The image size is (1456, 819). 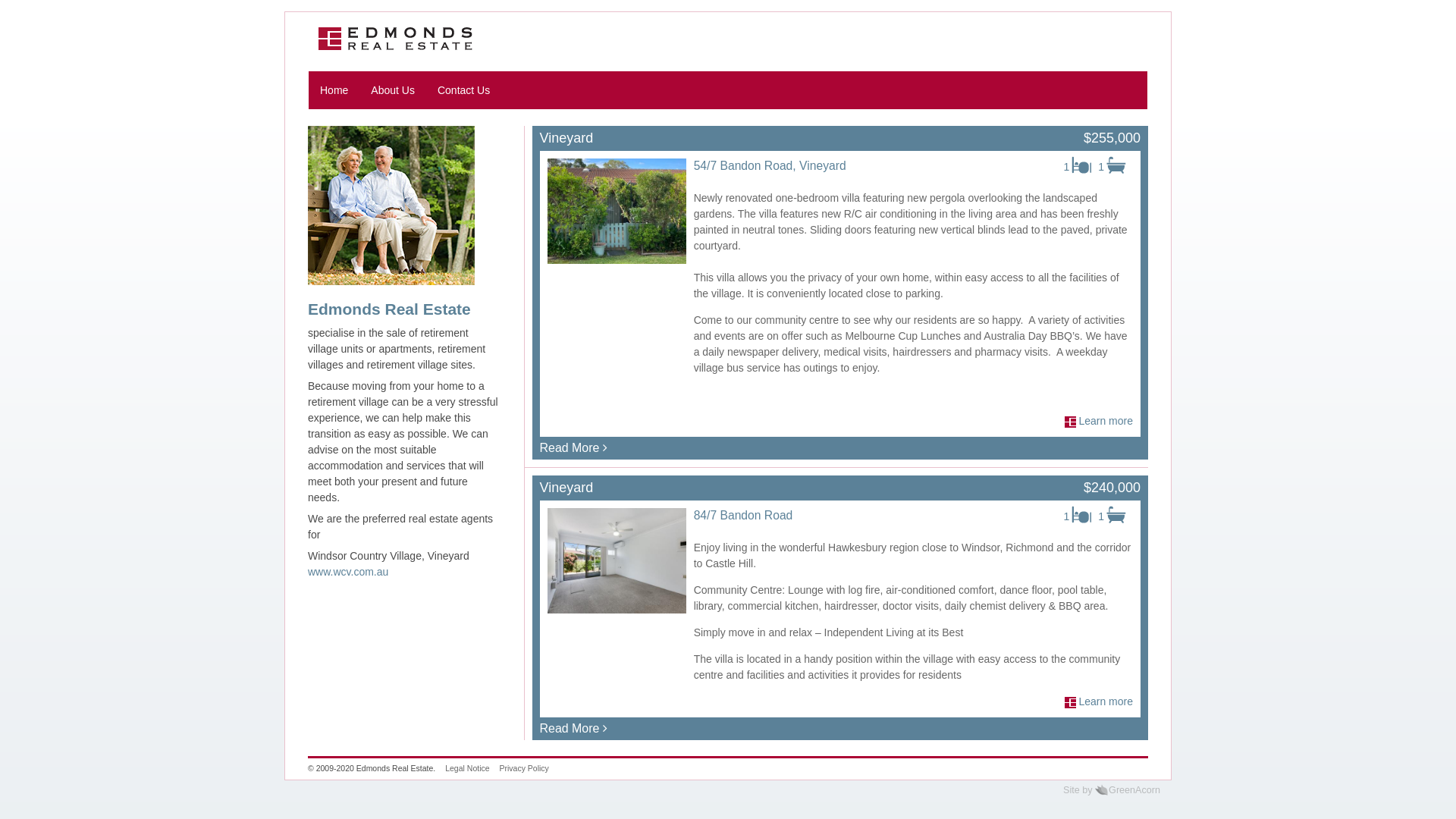 I want to click on 'Read More', so click(x=573, y=447).